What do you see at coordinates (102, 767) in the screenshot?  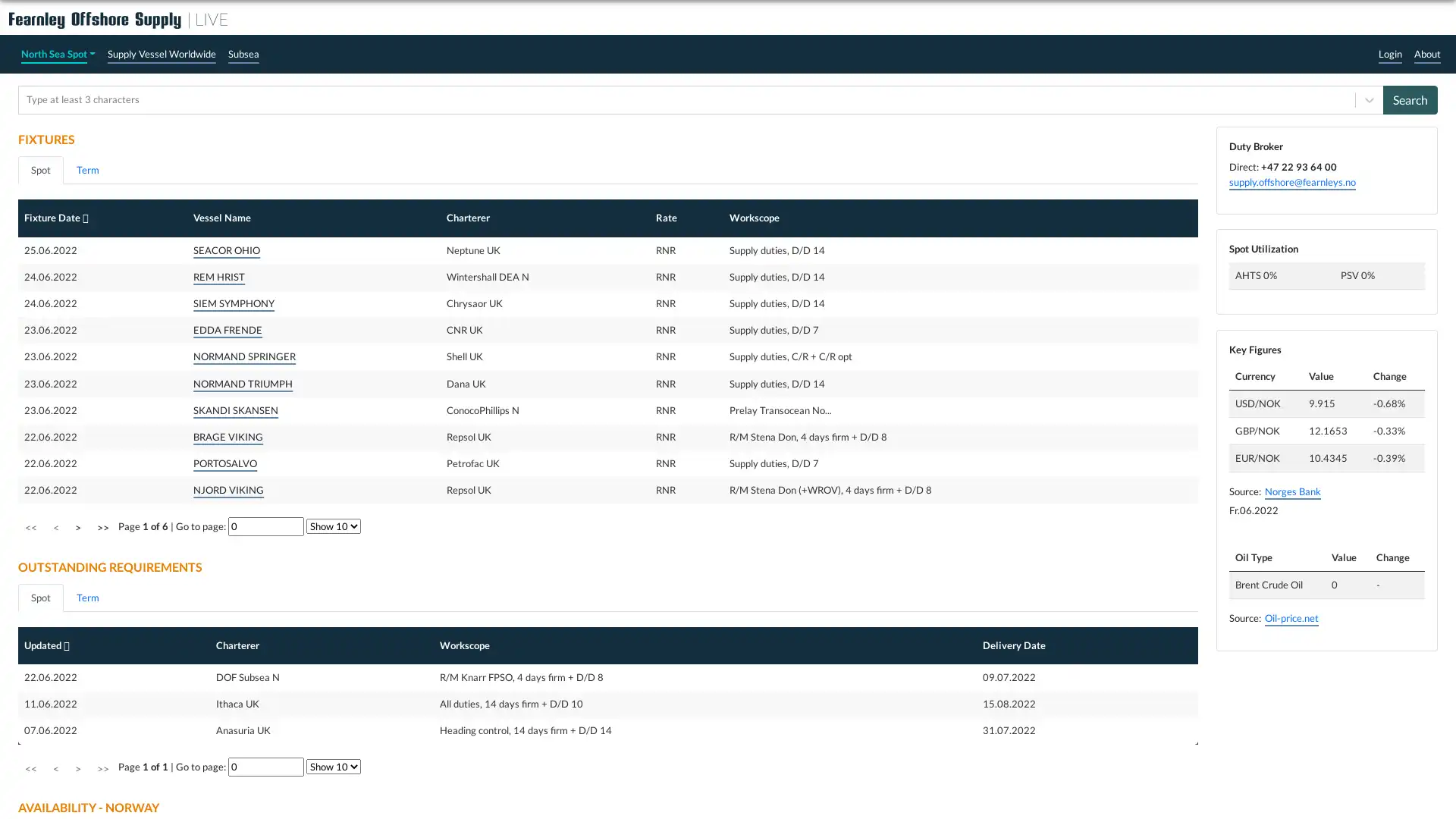 I see `>>` at bounding box center [102, 767].